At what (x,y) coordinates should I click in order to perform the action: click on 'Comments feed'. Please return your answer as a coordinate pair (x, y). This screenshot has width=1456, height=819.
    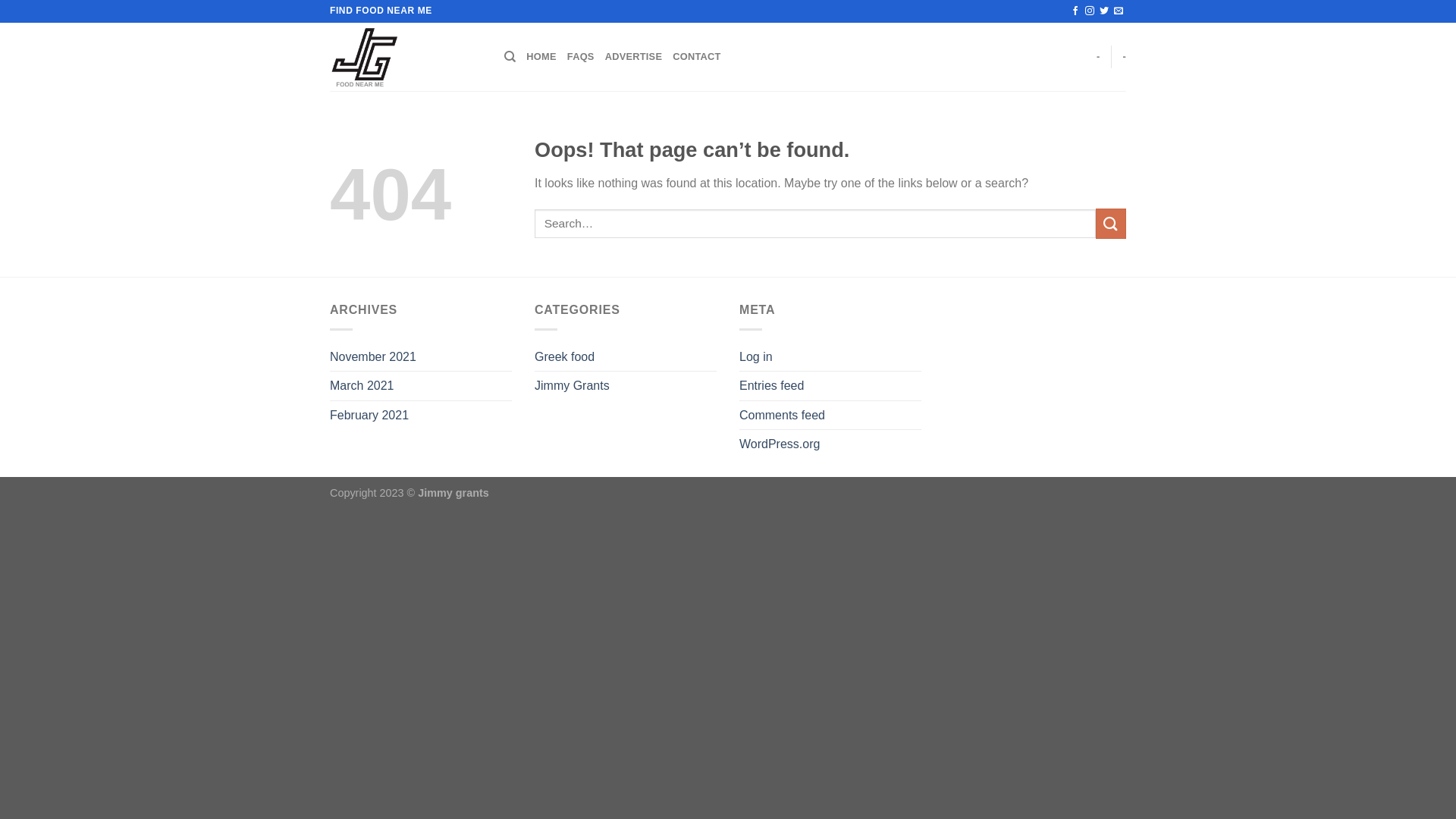
    Looking at the image, I should click on (739, 415).